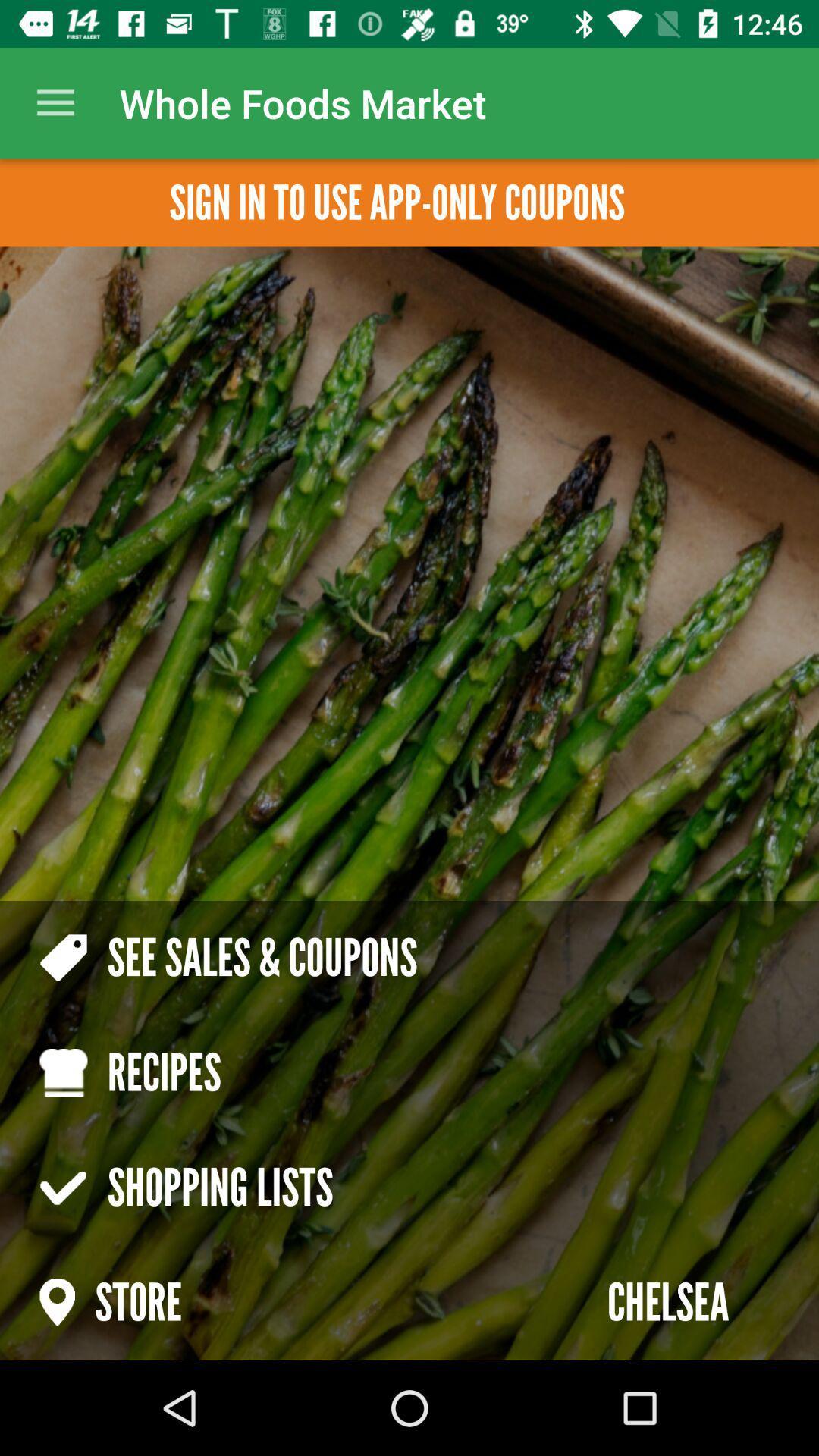 The height and width of the screenshot is (1456, 819). Describe the element at coordinates (55, 102) in the screenshot. I see `icon above the see sales & coupons item` at that location.